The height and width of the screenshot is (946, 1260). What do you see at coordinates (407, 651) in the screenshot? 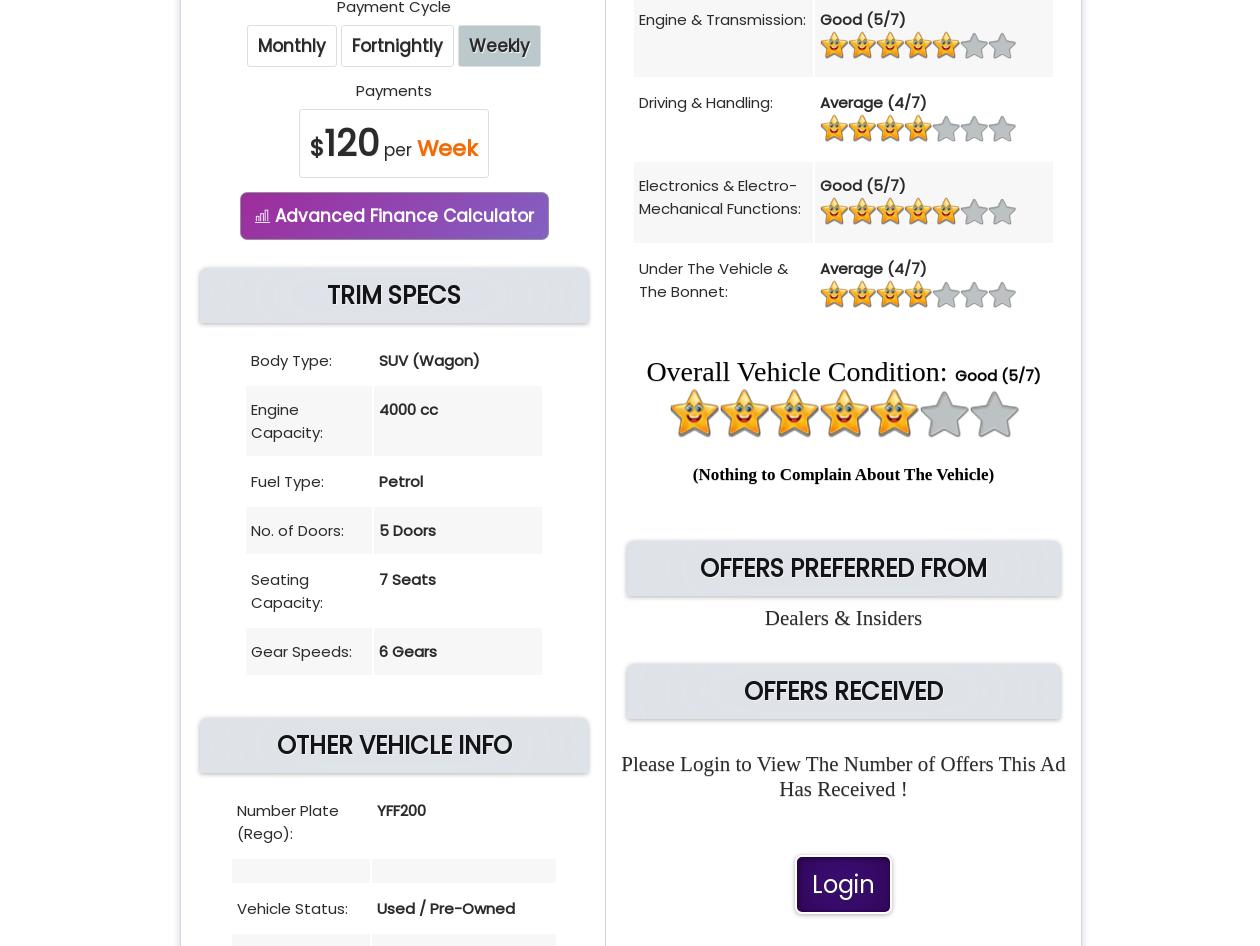
I see `'6 Gears'` at bounding box center [407, 651].